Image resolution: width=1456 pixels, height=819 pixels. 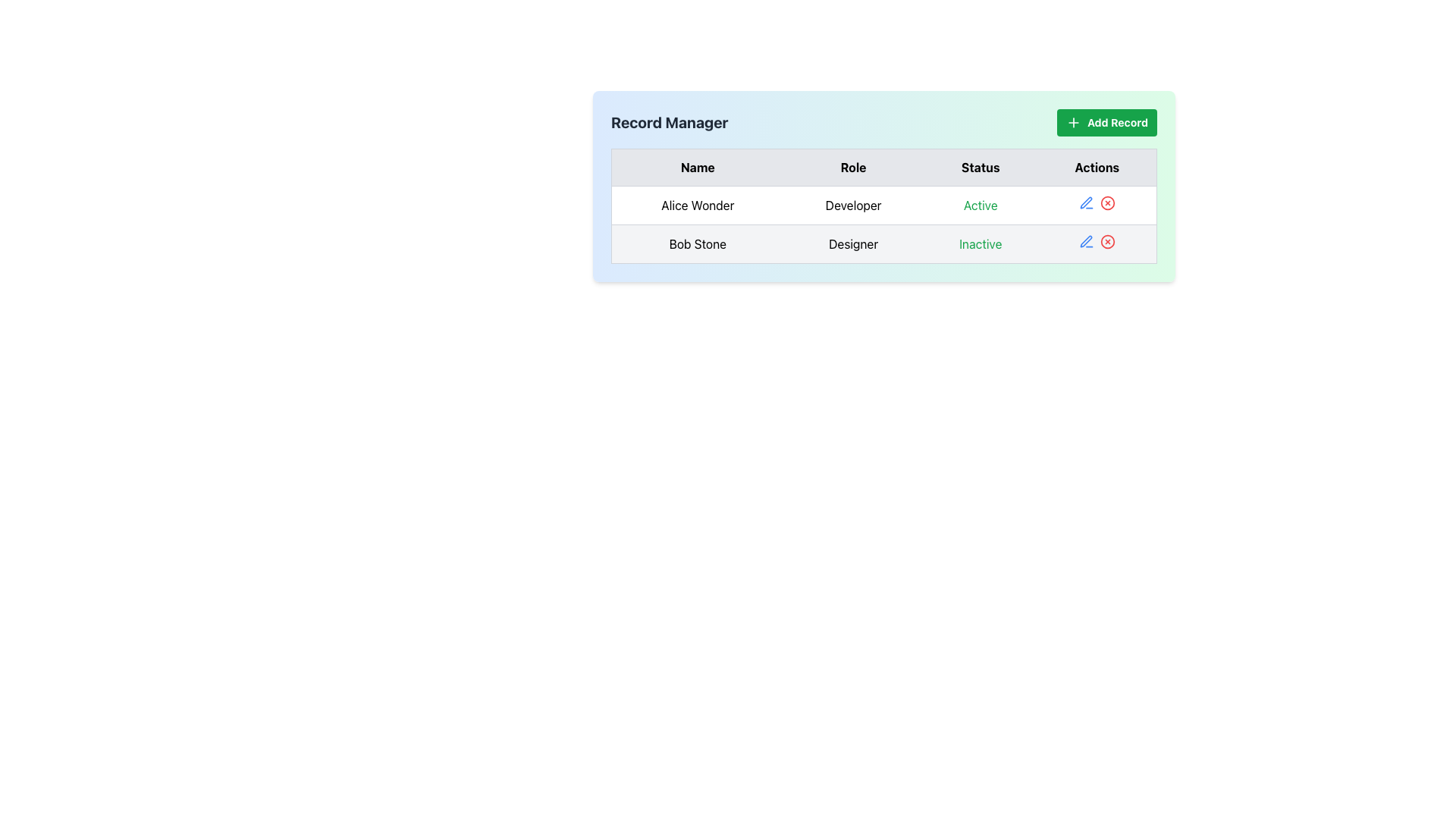 What do you see at coordinates (1073, 122) in the screenshot?
I see `the small plus icon within the green rounded 'Add Record' button located in the top-right corner of the interface` at bounding box center [1073, 122].